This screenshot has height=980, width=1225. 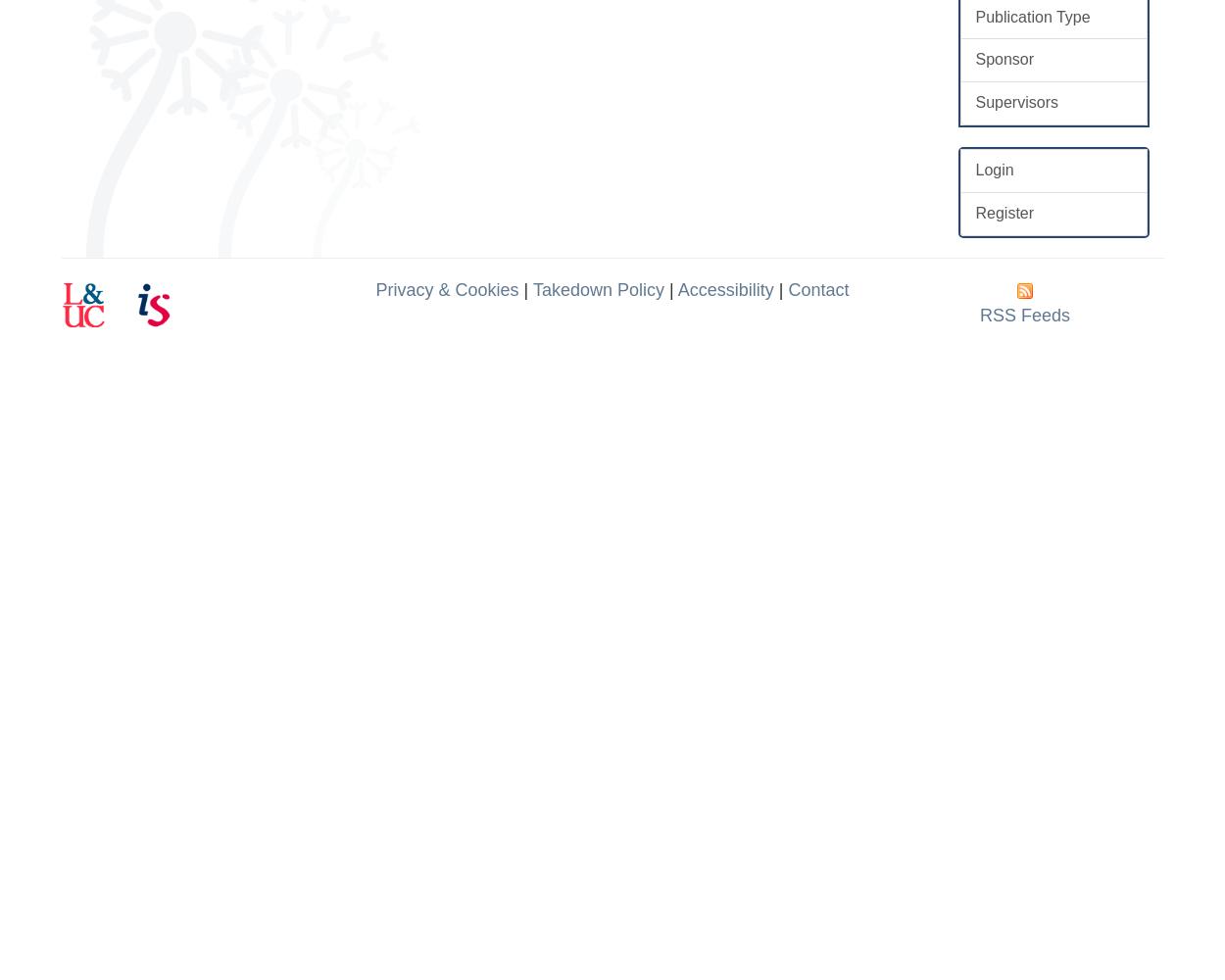 I want to click on 'Accessibility', so click(x=724, y=289).